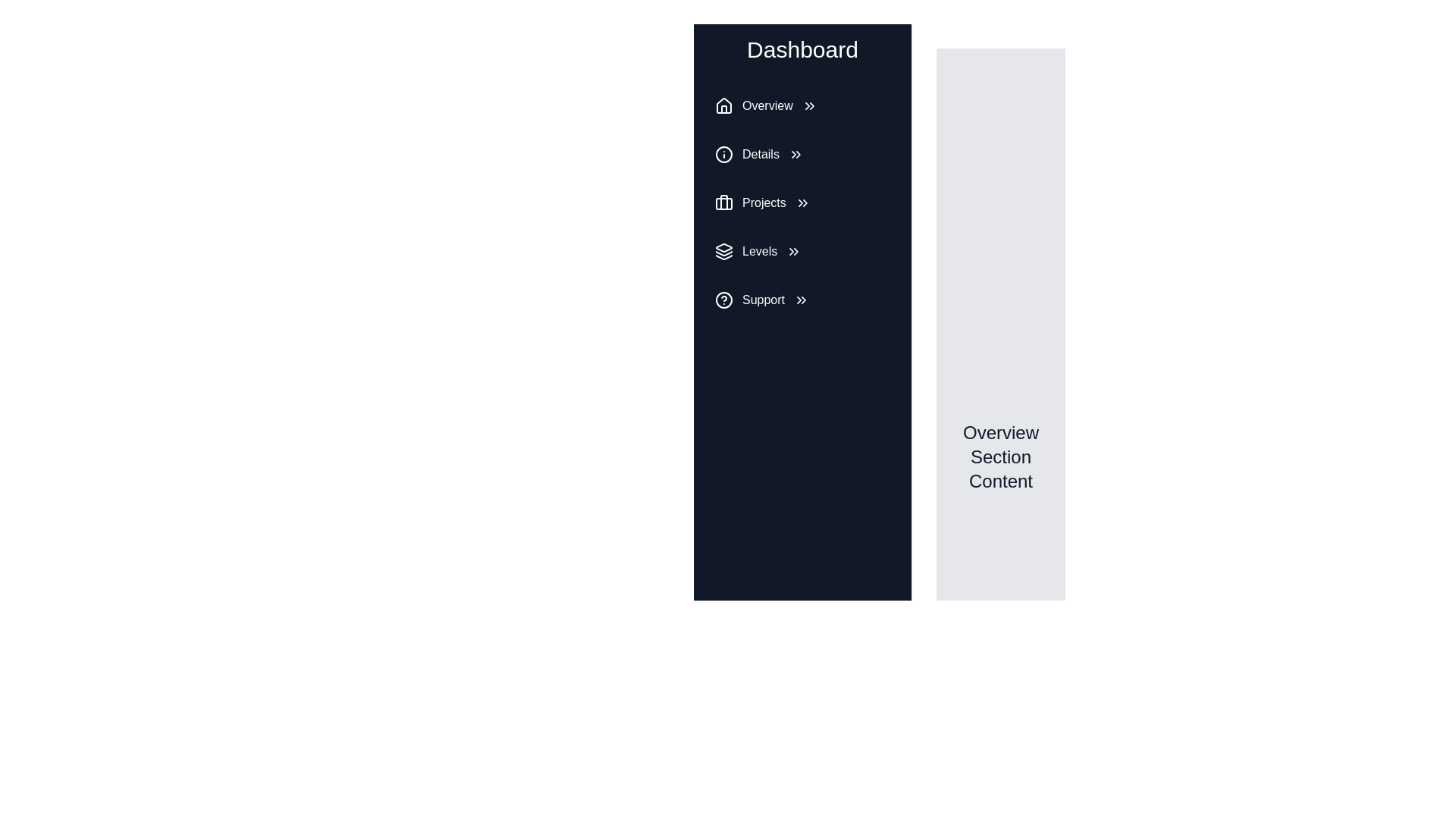 The image size is (1456, 819). What do you see at coordinates (761, 155) in the screenshot?
I see `the label in the vertical list menu that serves as a title for the menu entry, located below 'Overview' and above 'Projects'` at bounding box center [761, 155].